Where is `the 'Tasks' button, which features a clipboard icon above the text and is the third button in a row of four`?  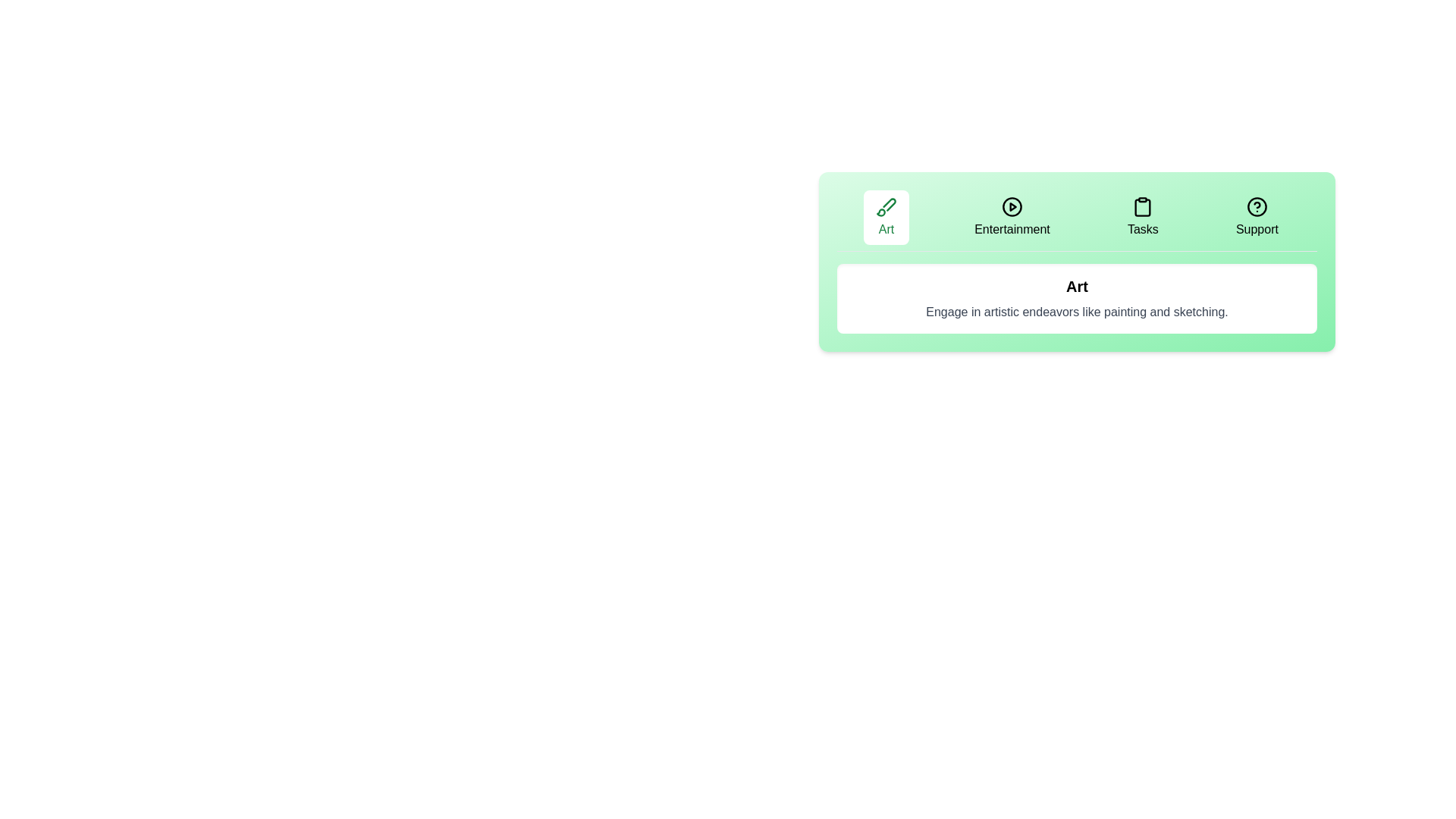
the 'Tasks' button, which features a clipboard icon above the text and is the third button in a row of four is located at coordinates (1143, 217).